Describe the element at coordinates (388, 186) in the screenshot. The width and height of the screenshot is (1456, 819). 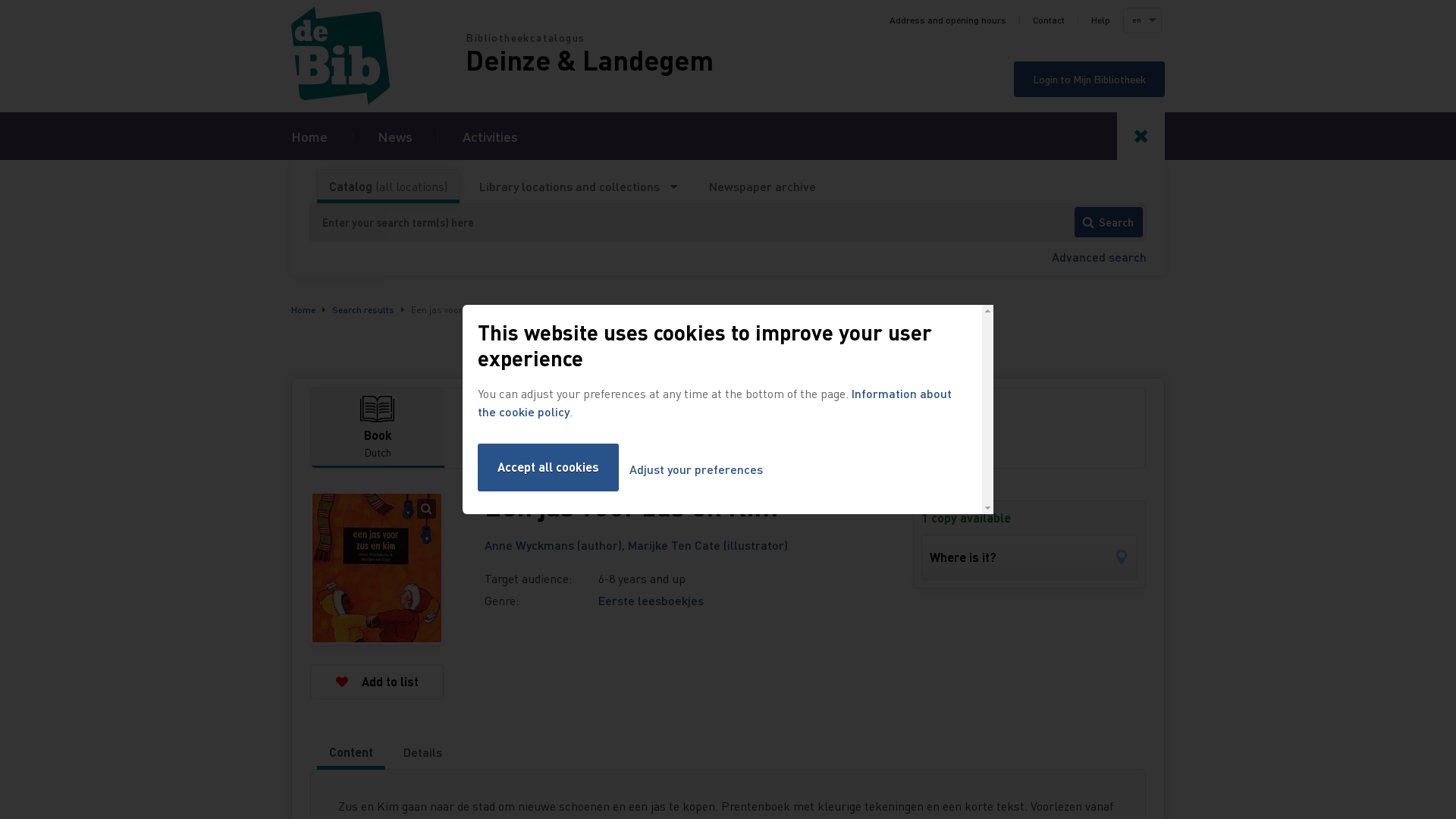
I see `'Catalog (all locations)'` at that location.